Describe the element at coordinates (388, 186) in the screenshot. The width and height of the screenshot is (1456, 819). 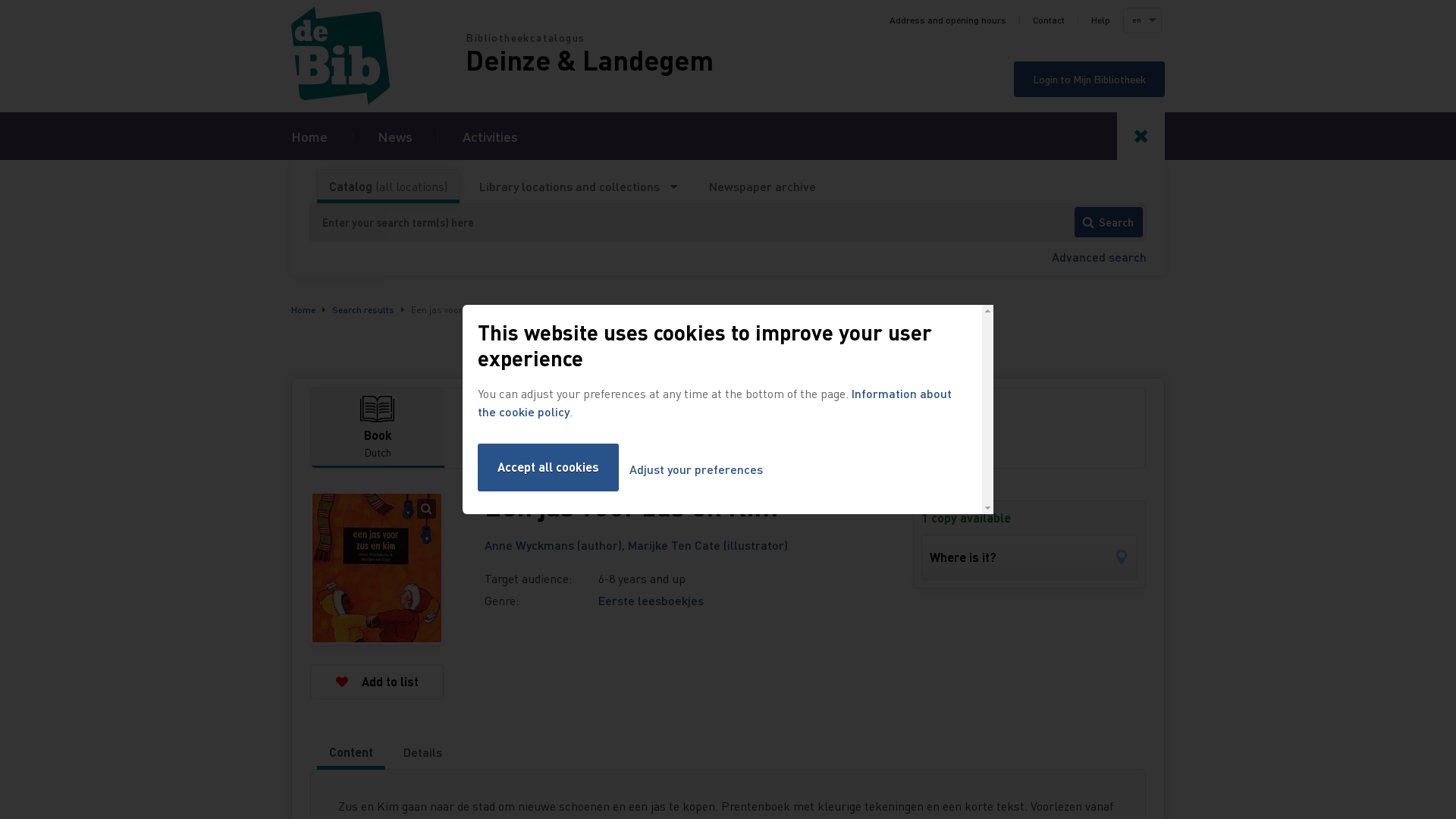
I see `'Catalog (all locations)'` at that location.